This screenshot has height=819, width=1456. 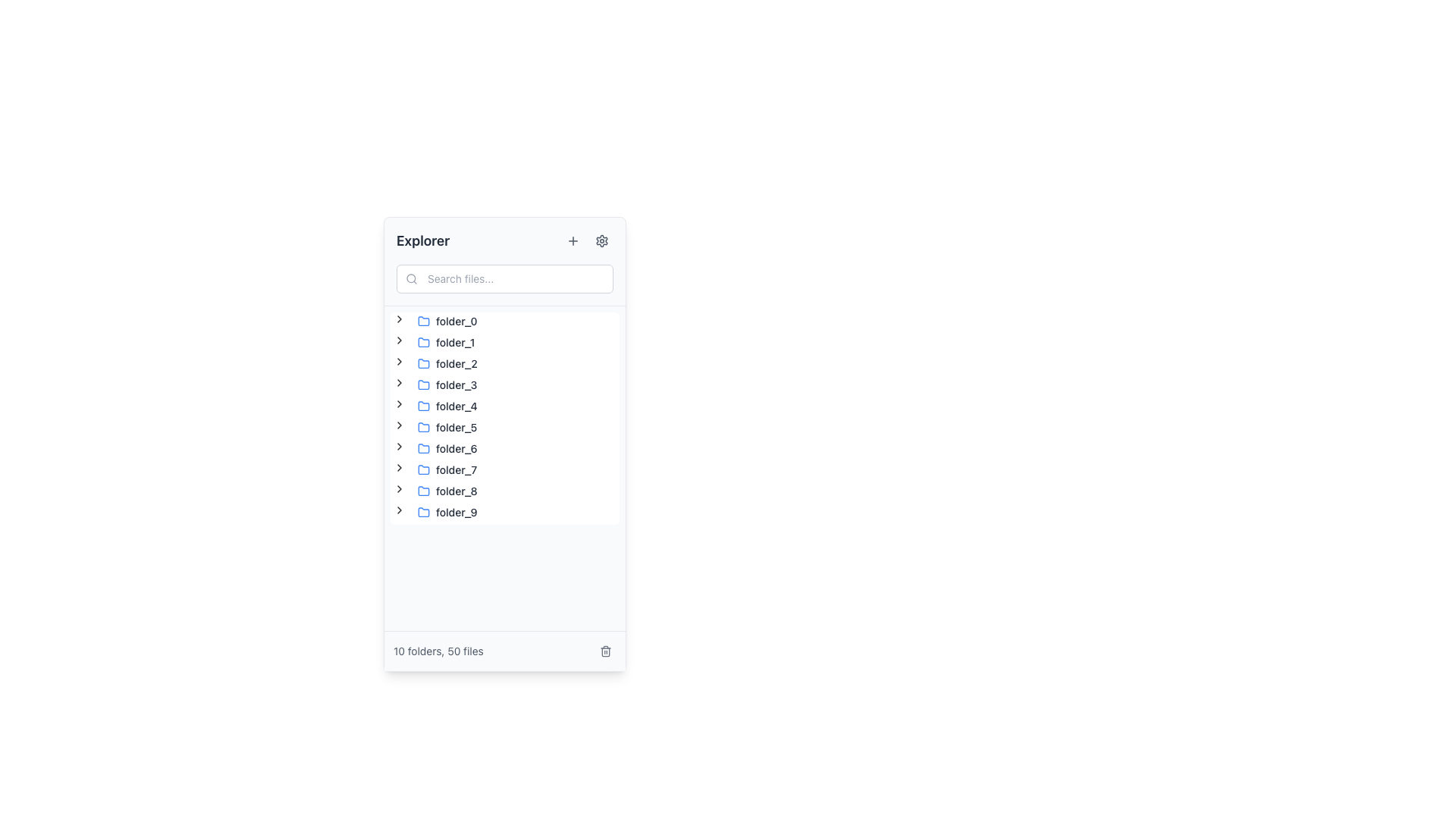 What do you see at coordinates (400, 406) in the screenshot?
I see `the Expander button (chevron switcher) located to the left of the label 'folder_4'` at bounding box center [400, 406].